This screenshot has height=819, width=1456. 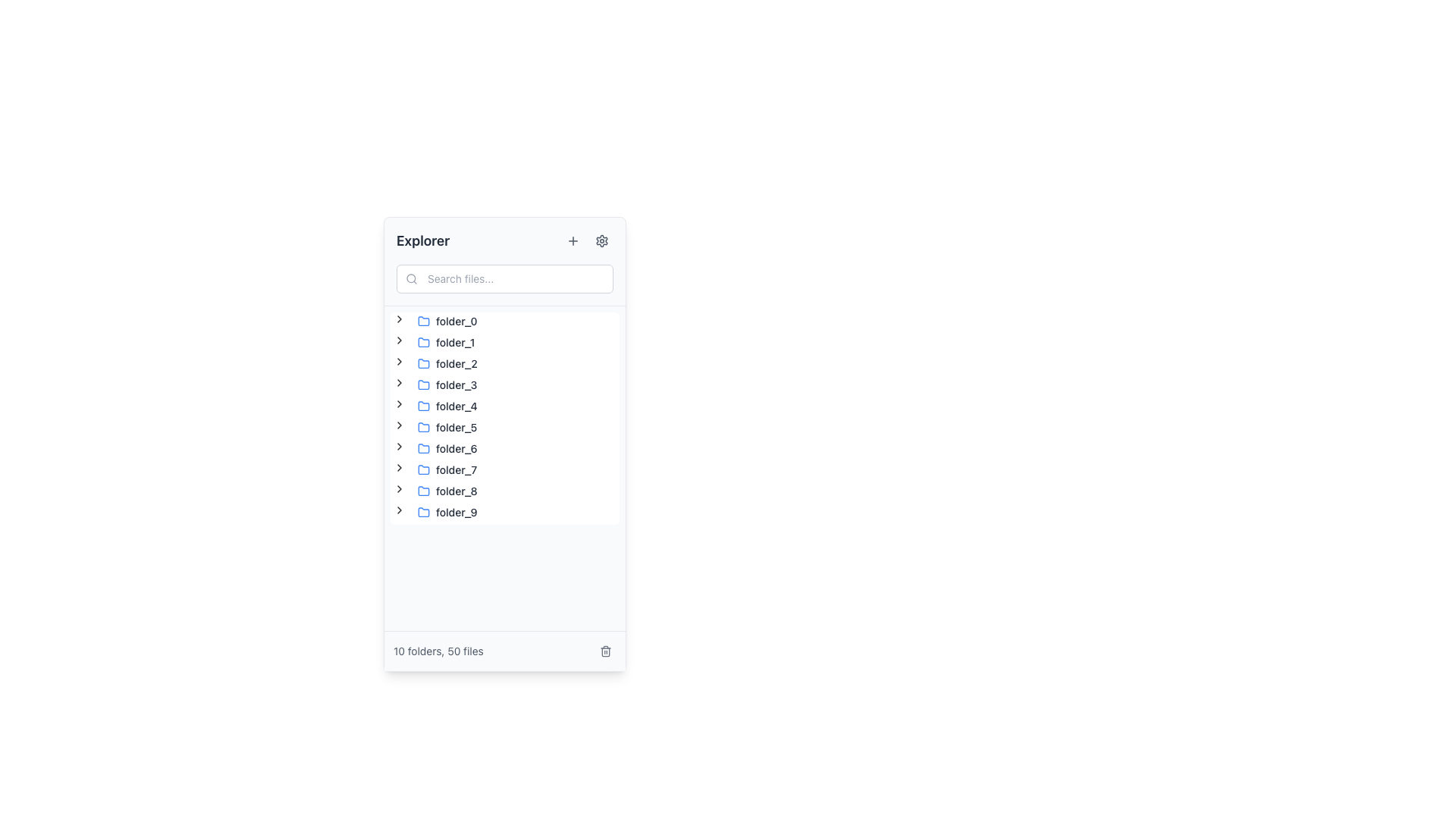 What do you see at coordinates (400, 406) in the screenshot?
I see `the Expander button (chevron switcher) located to the left of the label 'folder_4'` at bounding box center [400, 406].